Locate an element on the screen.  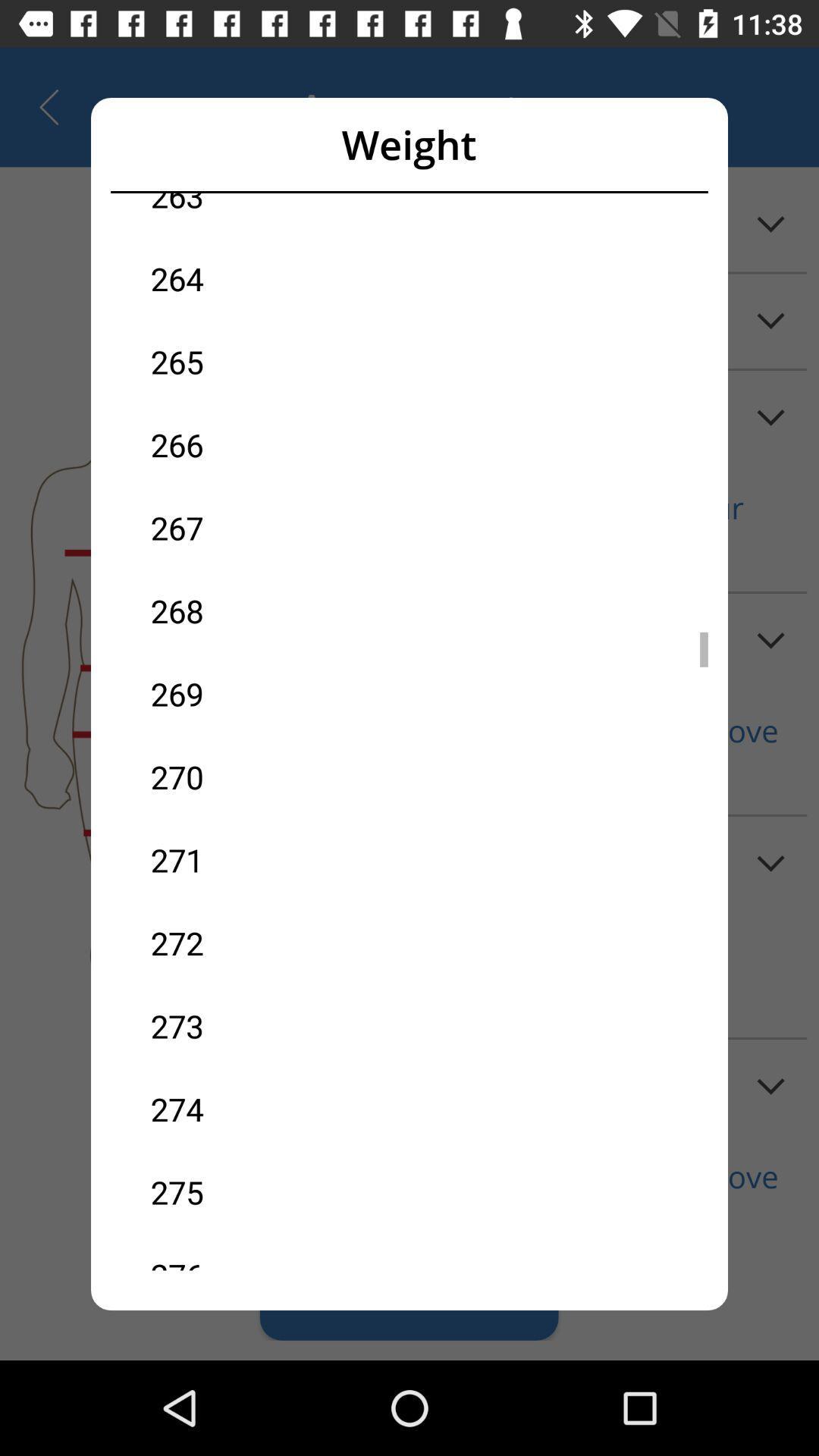
icon above the 273 item is located at coordinates (280, 942).